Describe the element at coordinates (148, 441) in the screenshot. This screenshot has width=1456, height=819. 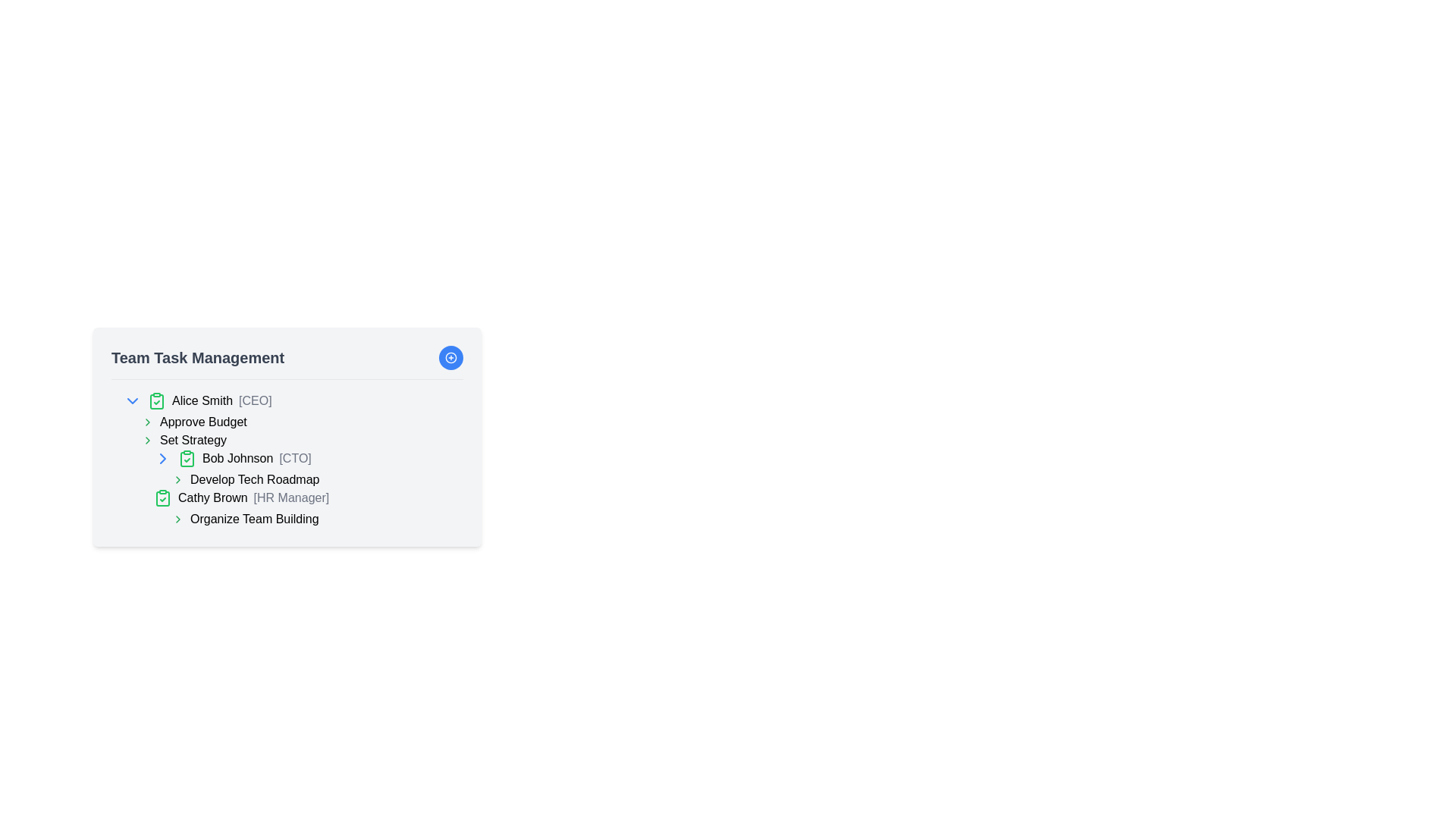
I see `the chevron-right icon located directly to the left of the 'Set Strategy' text to initiate navigation or expansion` at that location.